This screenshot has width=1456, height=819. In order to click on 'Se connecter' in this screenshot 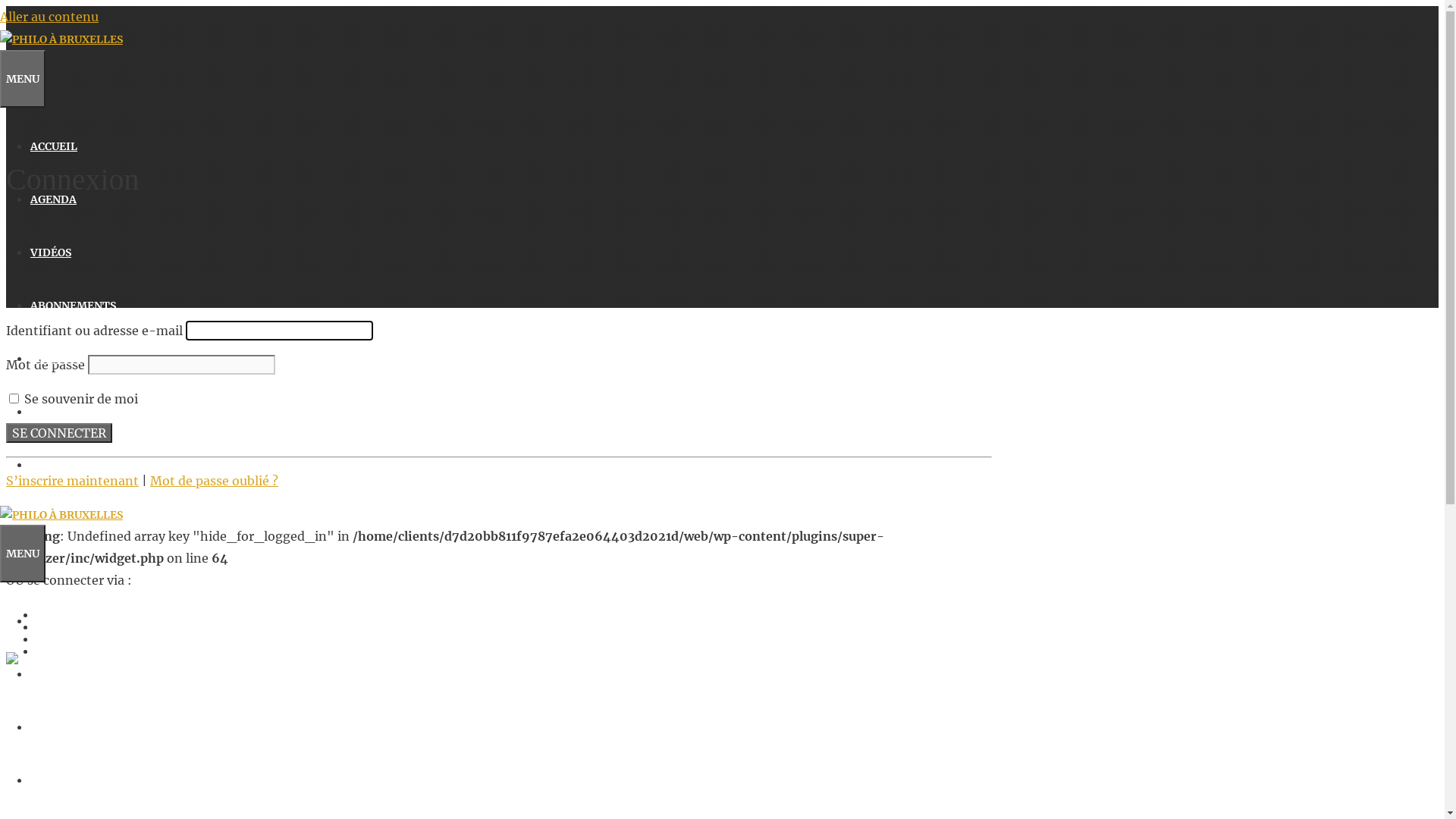, I will do `click(58, 432)`.